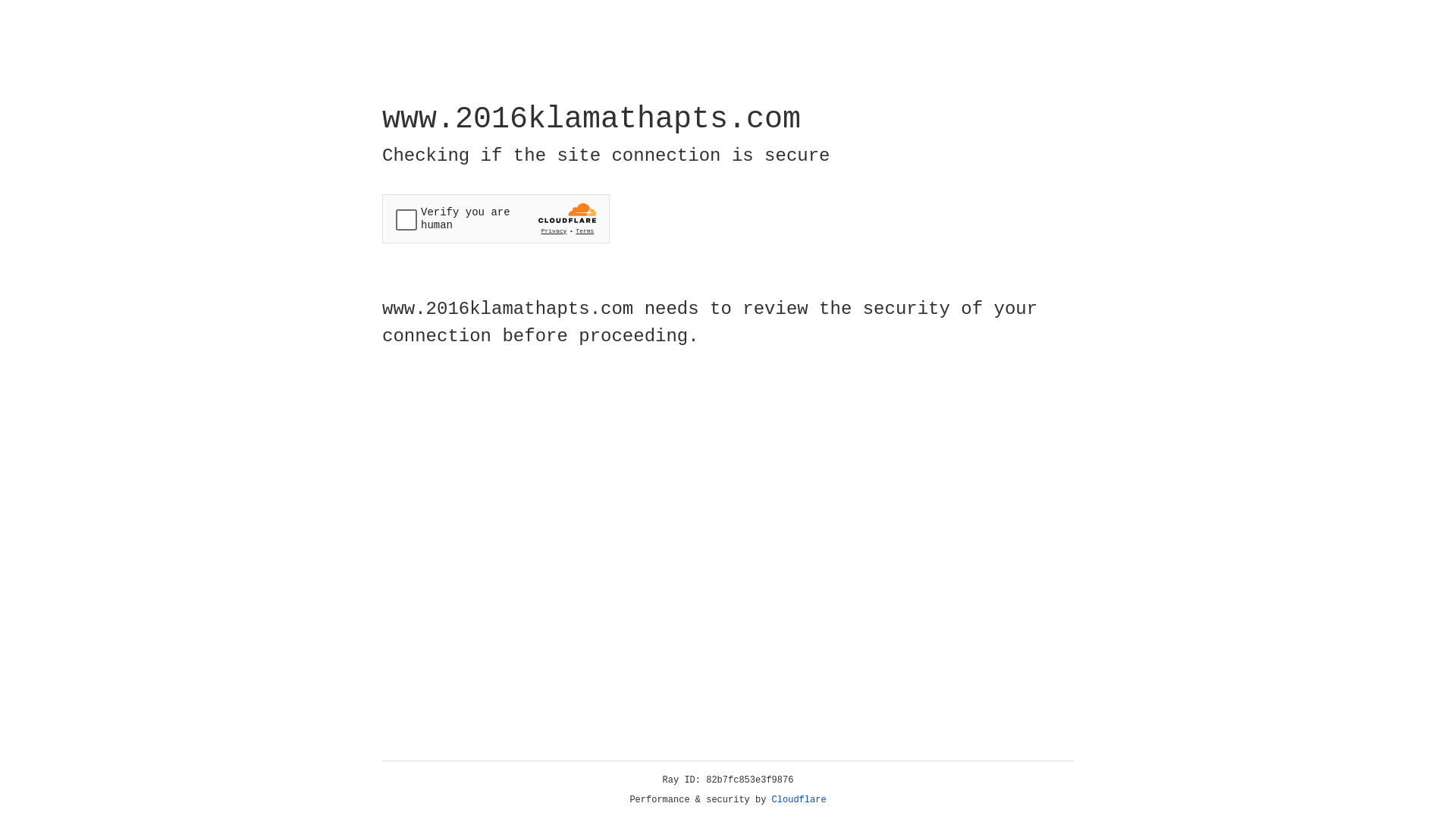  Describe the element at coordinates (799, 799) in the screenshot. I see `'Cloudflare'` at that location.